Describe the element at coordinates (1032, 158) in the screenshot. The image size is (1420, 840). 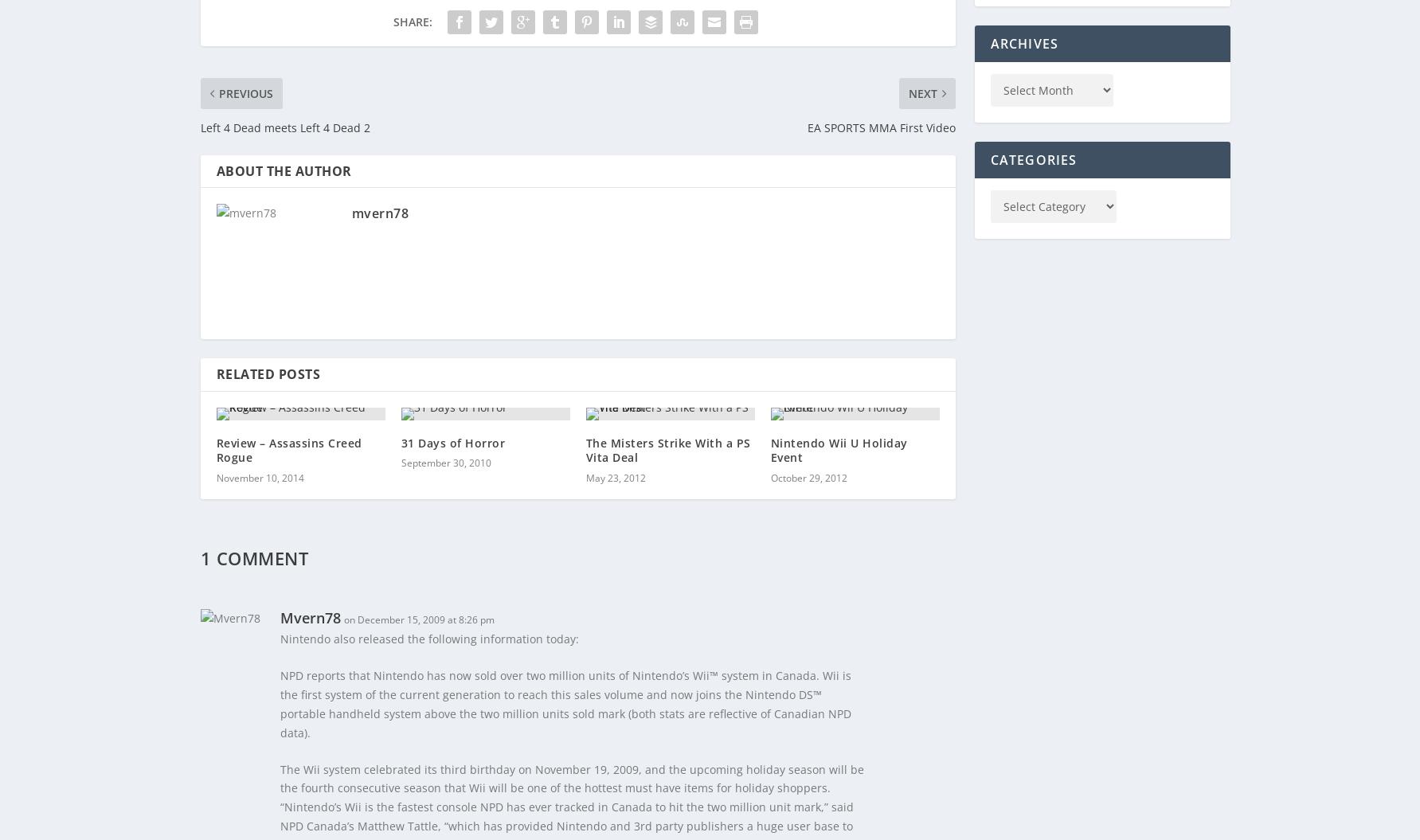
I see `'Categories'` at that location.